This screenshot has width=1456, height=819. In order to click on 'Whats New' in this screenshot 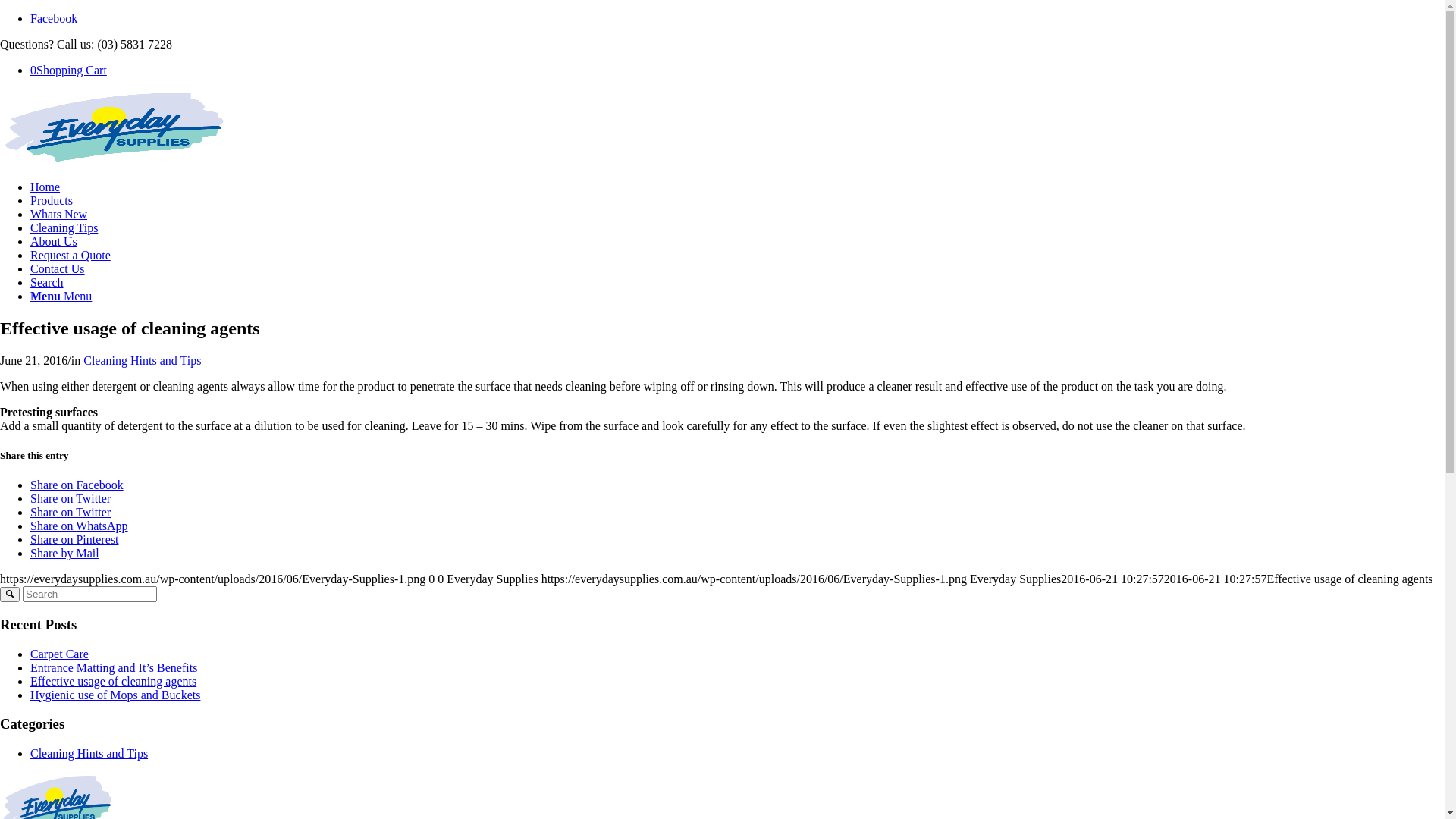, I will do `click(58, 214)`.